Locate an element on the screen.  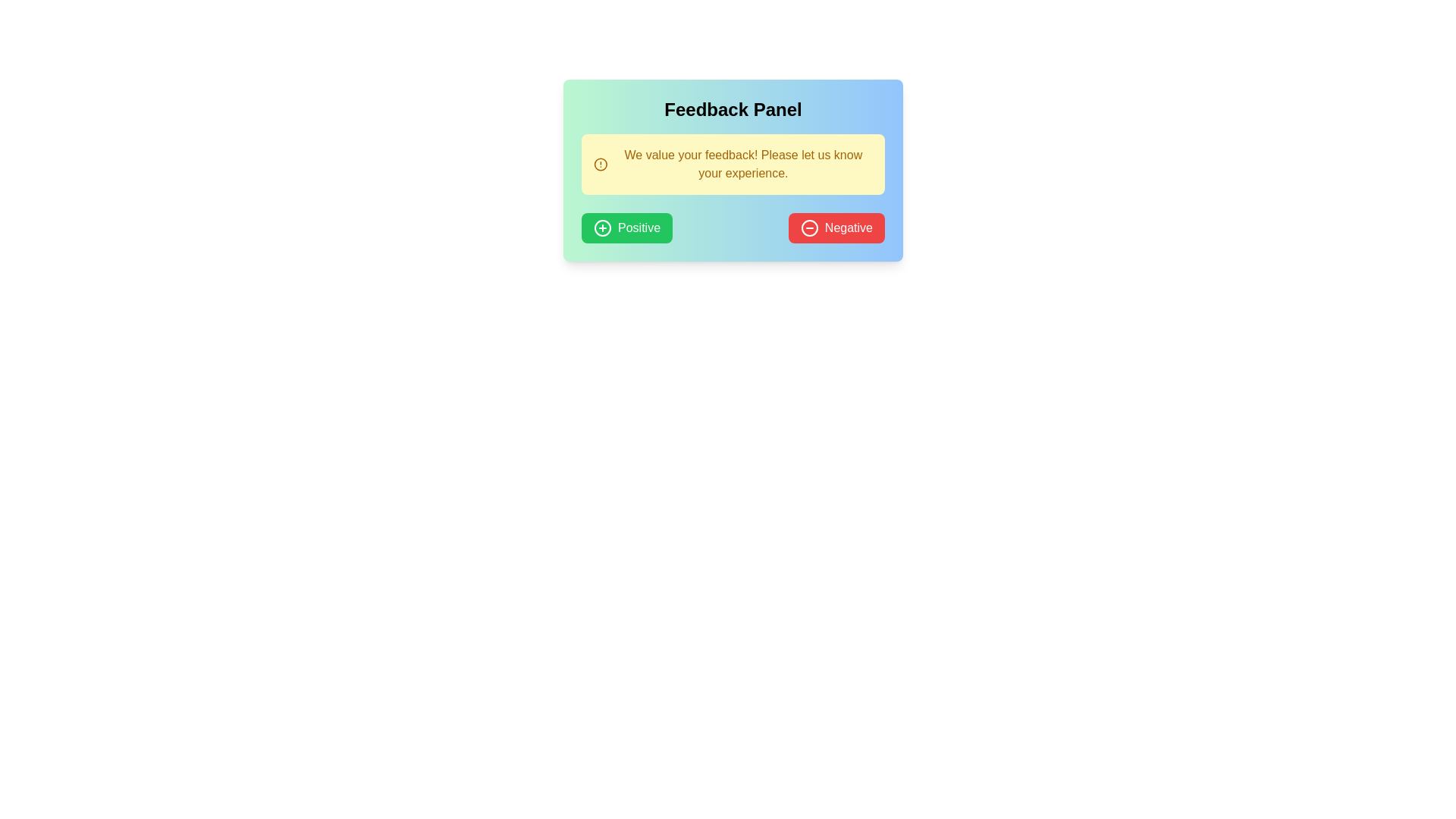
the circular icon with a plus sign located to the left of the 'Positive' text button in the feedback options panel is located at coordinates (602, 227).